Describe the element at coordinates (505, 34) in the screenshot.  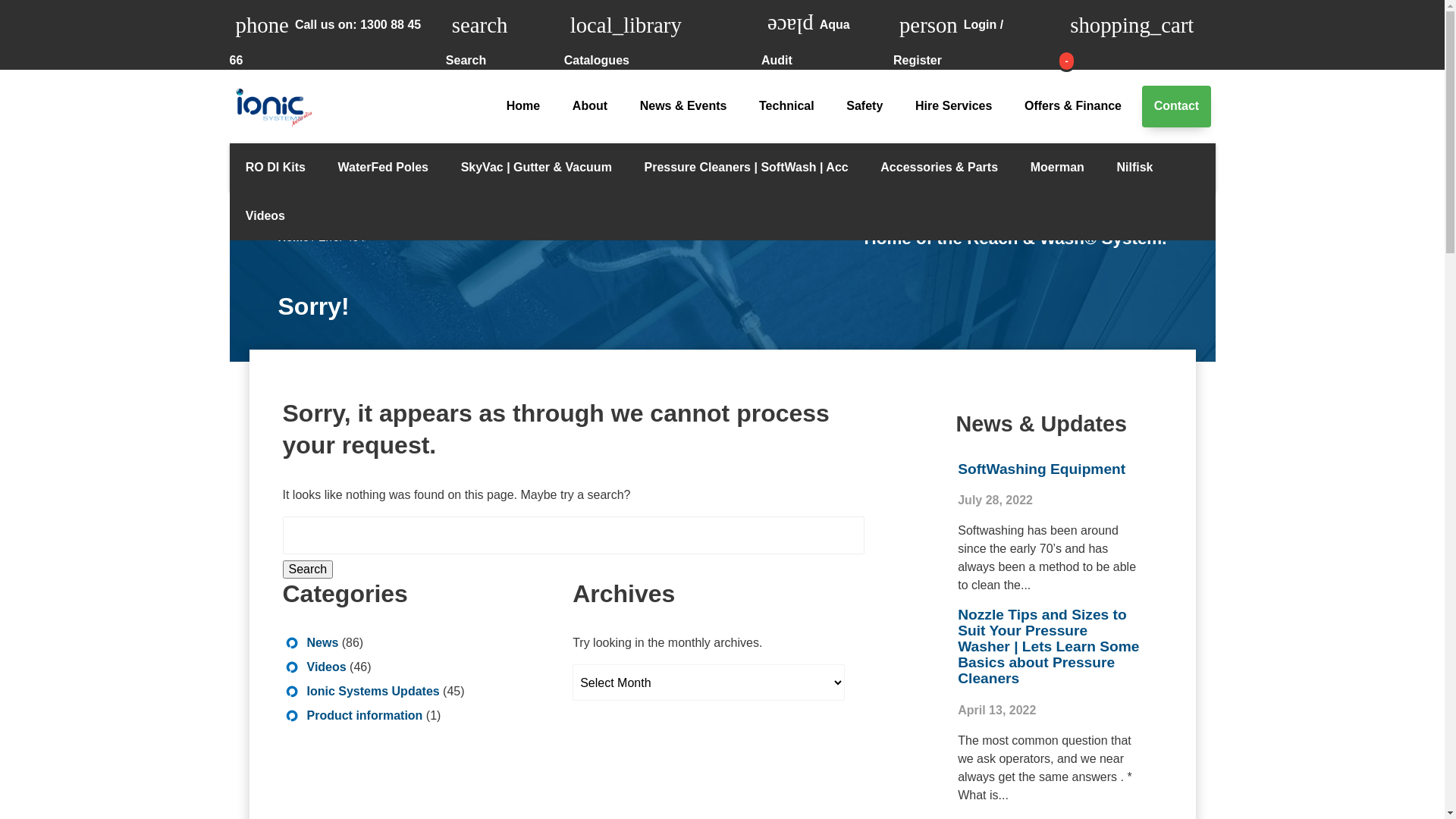
I see `'searchSearch'` at that location.